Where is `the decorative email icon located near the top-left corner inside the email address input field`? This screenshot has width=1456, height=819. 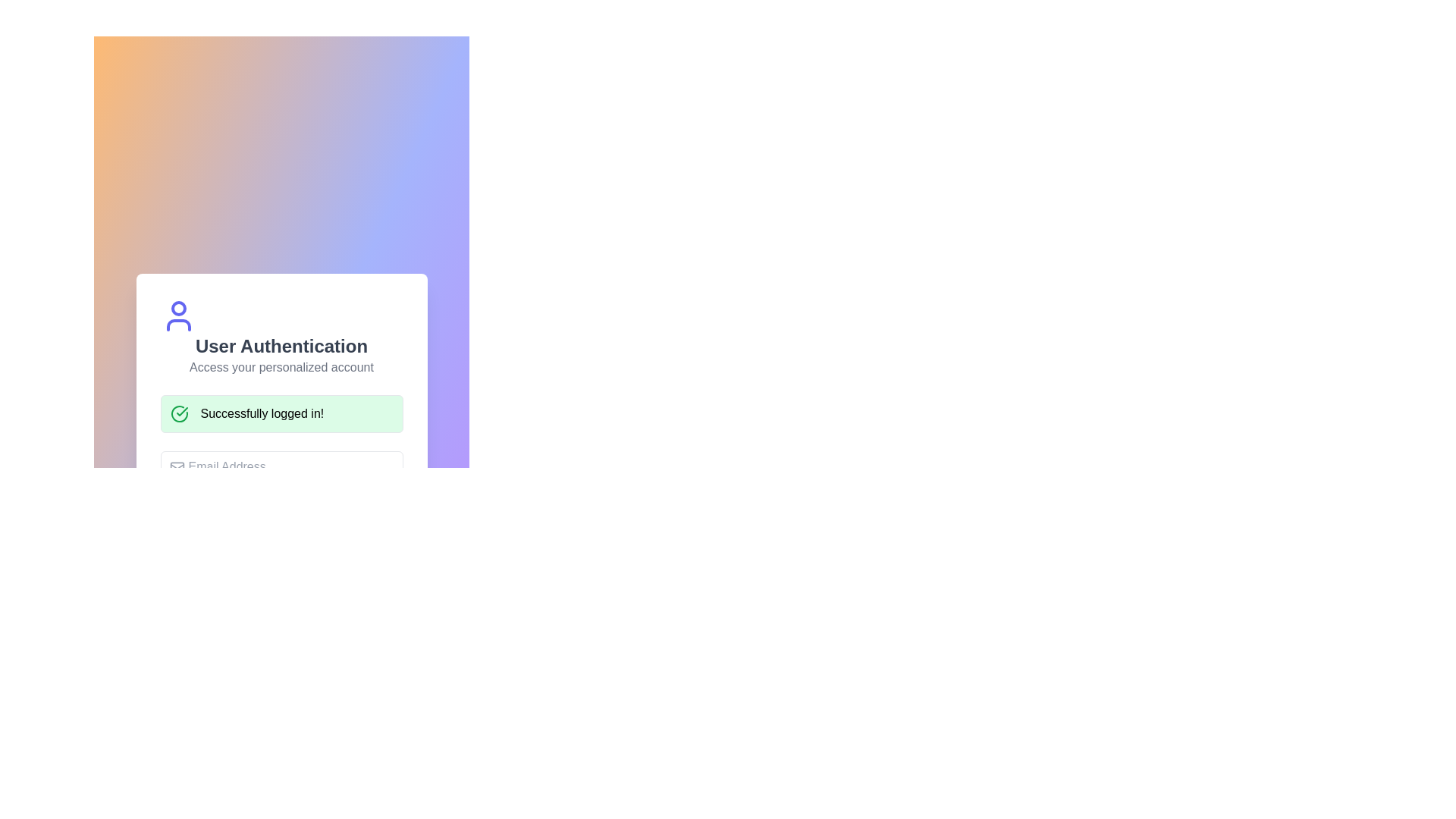 the decorative email icon located near the top-left corner inside the email address input field is located at coordinates (177, 466).